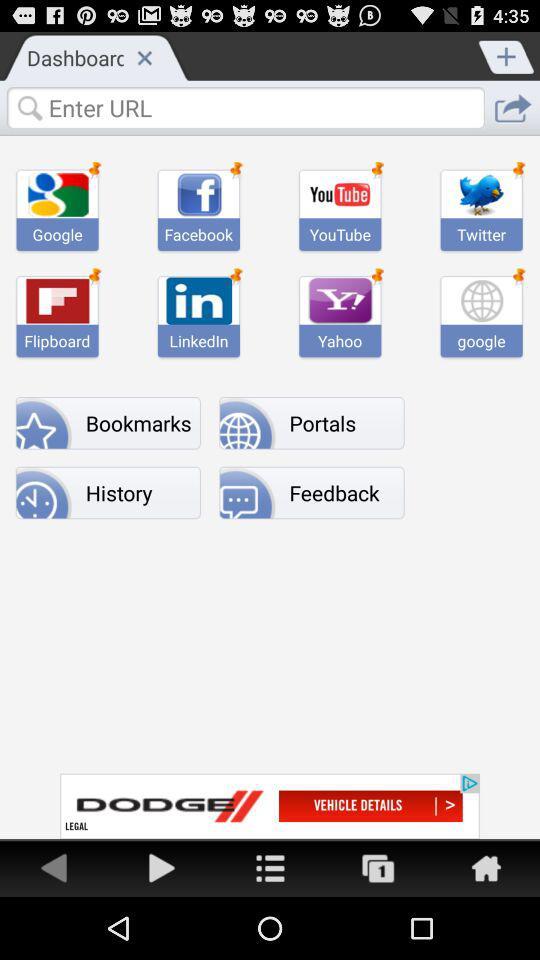 The width and height of the screenshot is (540, 960). What do you see at coordinates (143, 56) in the screenshot?
I see `the close button on the web page` at bounding box center [143, 56].